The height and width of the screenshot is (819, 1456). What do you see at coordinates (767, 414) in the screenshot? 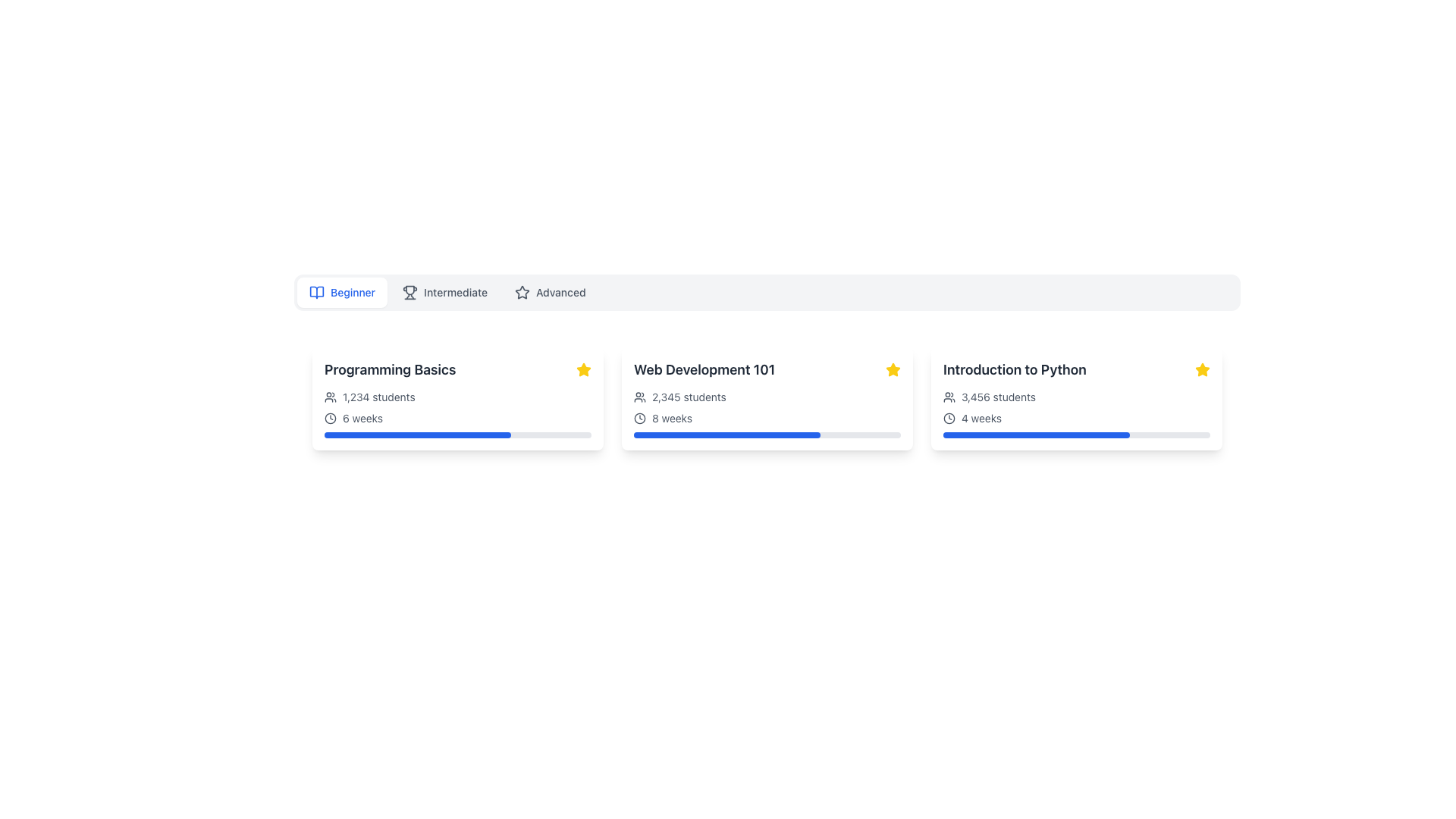
I see `the icons for context in the informational text block that displays '2,345 students' and '8 weeks' under the 'Web Development 101' card` at bounding box center [767, 414].